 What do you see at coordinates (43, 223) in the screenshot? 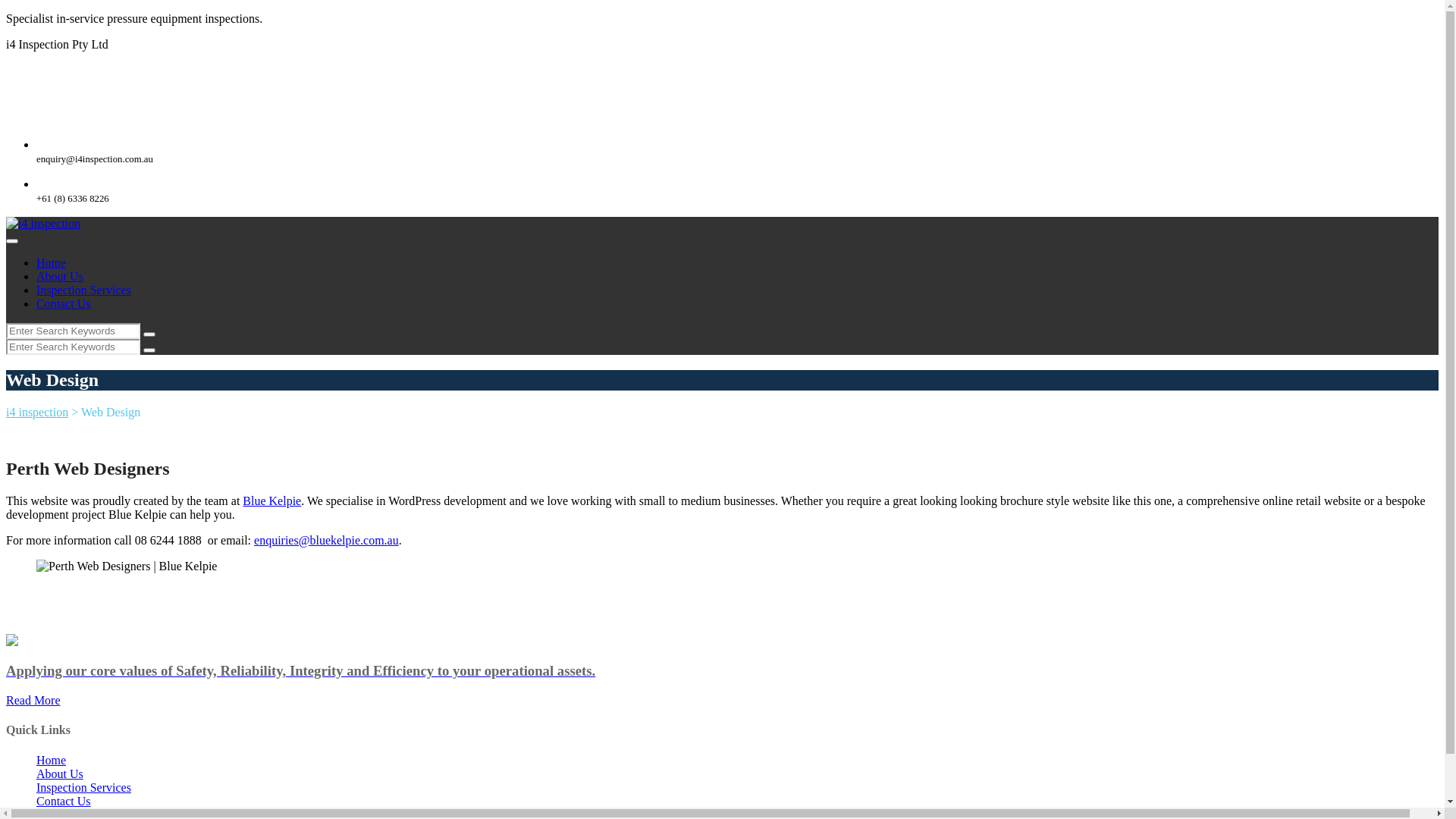
I see `'i4 inspection'` at bounding box center [43, 223].